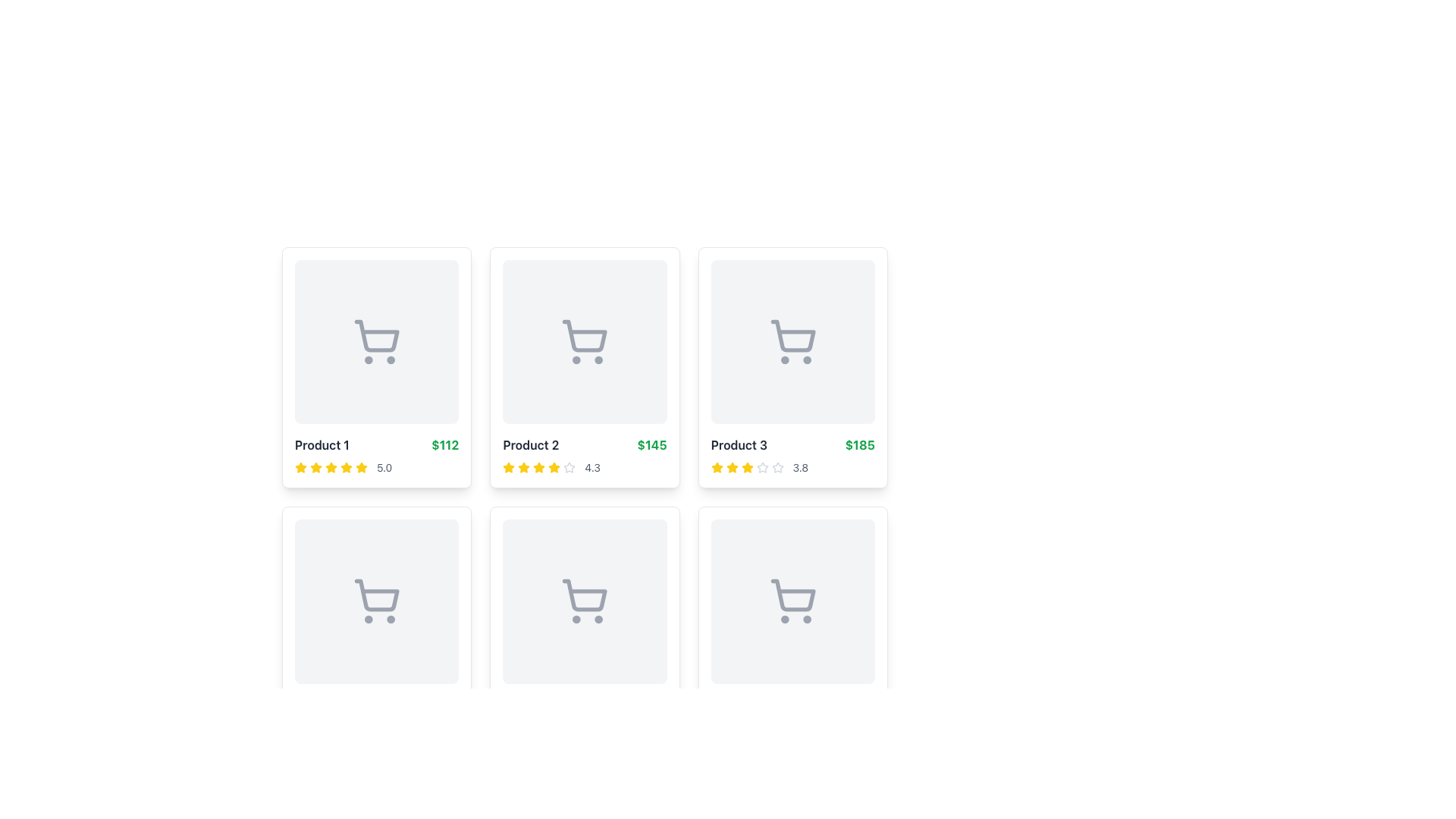 The image size is (1456, 819). What do you see at coordinates (377, 368) in the screenshot?
I see `the first product display card located in the top-left corner of the grid layout` at bounding box center [377, 368].